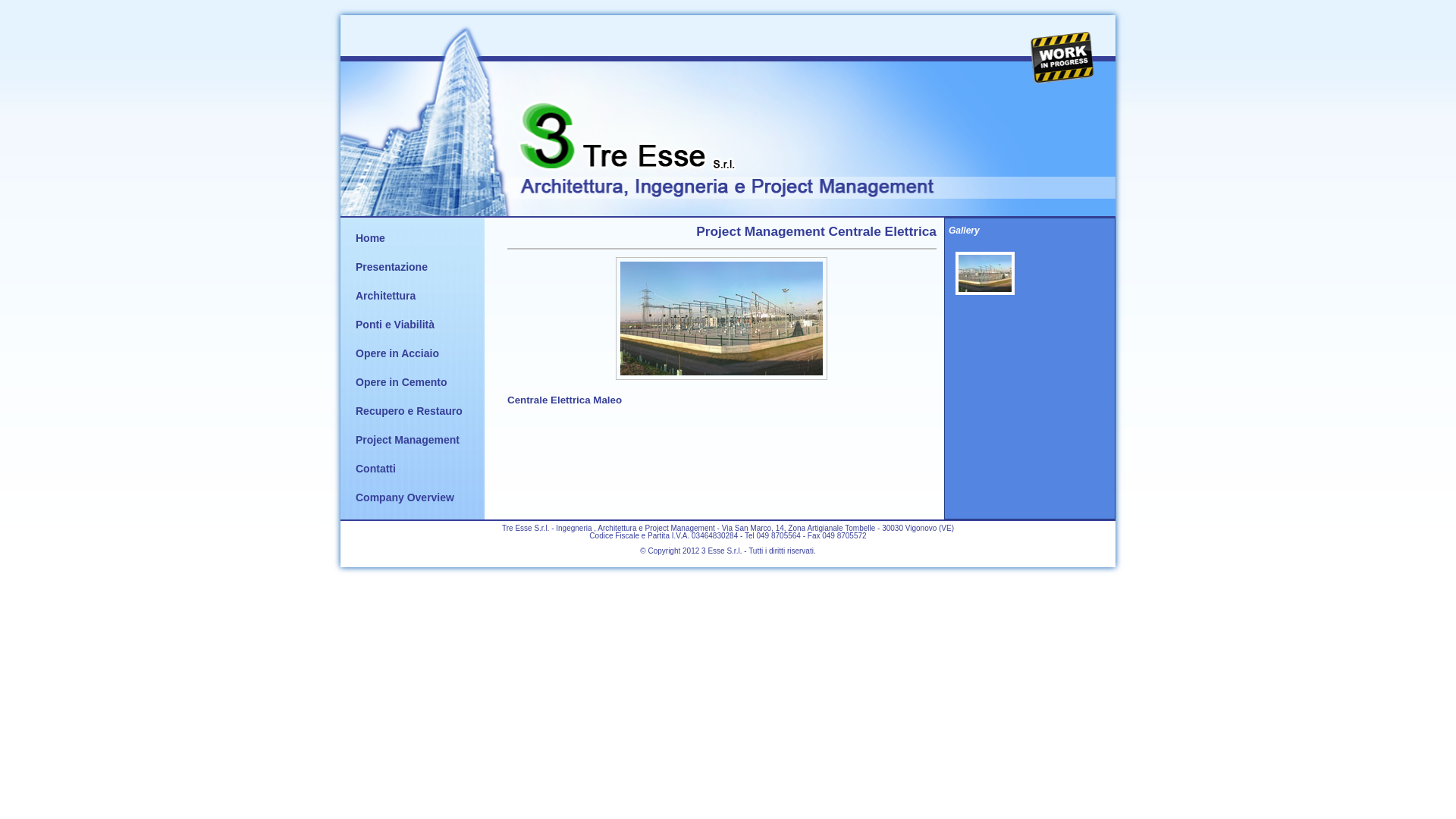 This screenshot has height=819, width=1456. What do you see at coordinates (407, 439) in the screenshot?
I see `'Project Management'` at bounding box center [407, 439].